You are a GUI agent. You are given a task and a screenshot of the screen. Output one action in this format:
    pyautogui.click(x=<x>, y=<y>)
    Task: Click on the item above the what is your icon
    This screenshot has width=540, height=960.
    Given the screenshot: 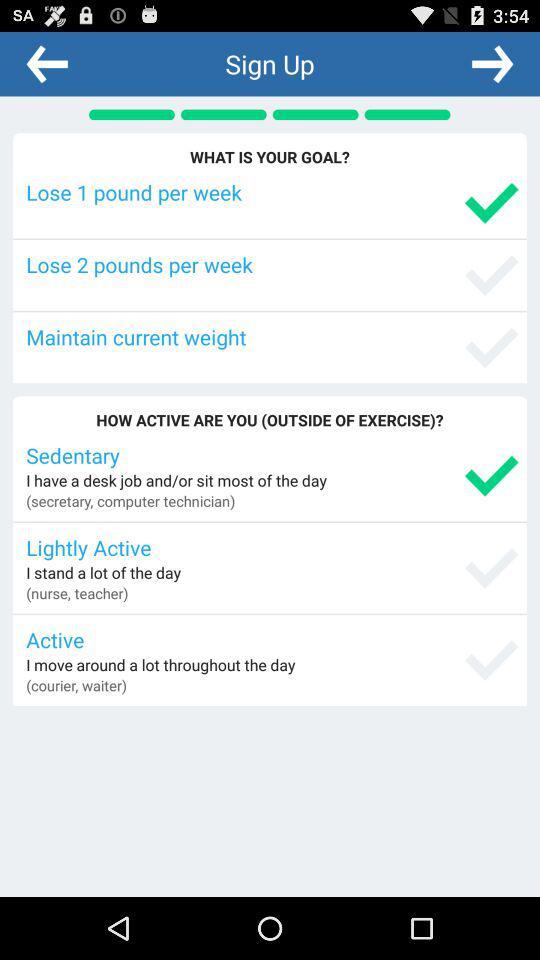 What is the action you would take?
    pyautogui.click(x=491, y=63)
    